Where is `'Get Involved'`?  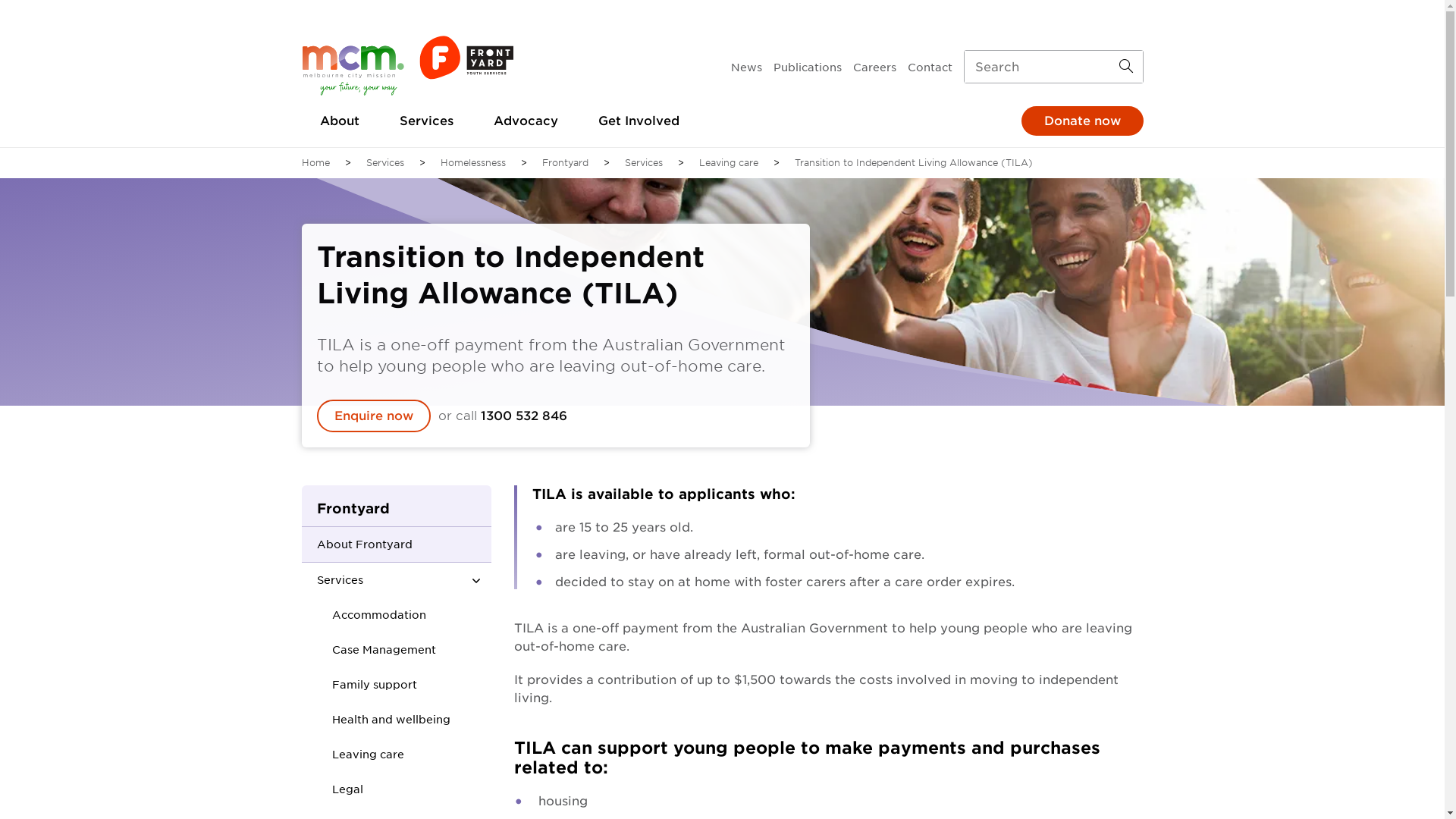
'Get Involved' is located at coordinates (638, 120).